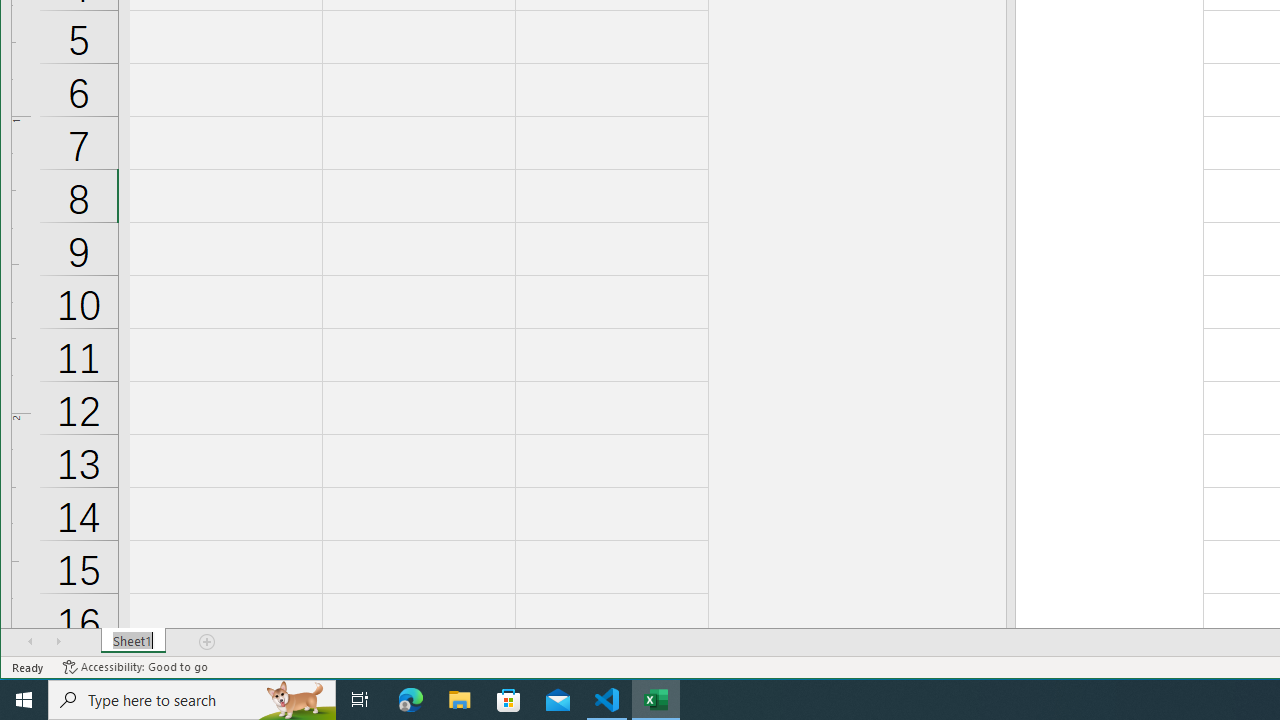 The image size is (1280, 720). I want to click on 'Microsoft Edge', so click(410, 698).